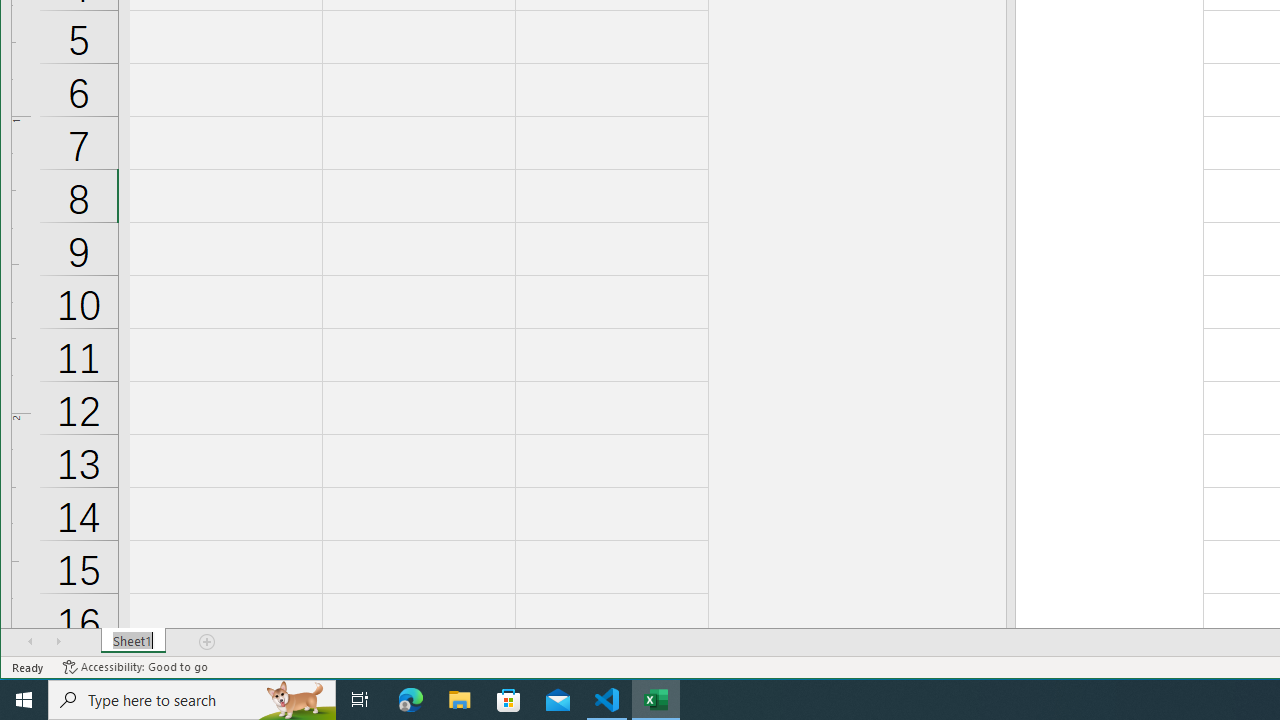 The image size is (1280, 720). I want to click on 'Microsoft Edge', so click(410, 698).